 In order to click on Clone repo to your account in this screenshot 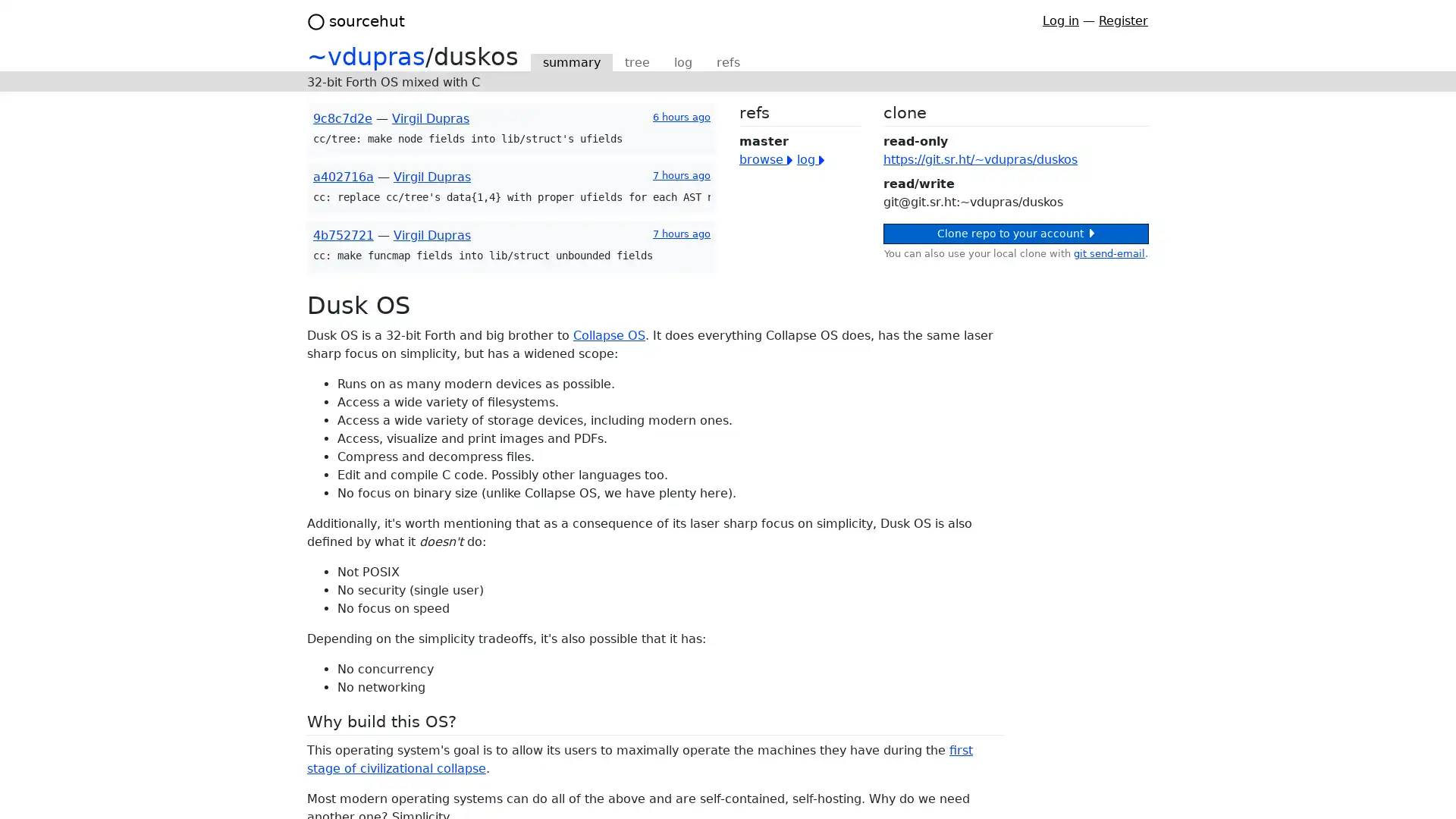, I will do `click(1015, 234)`.